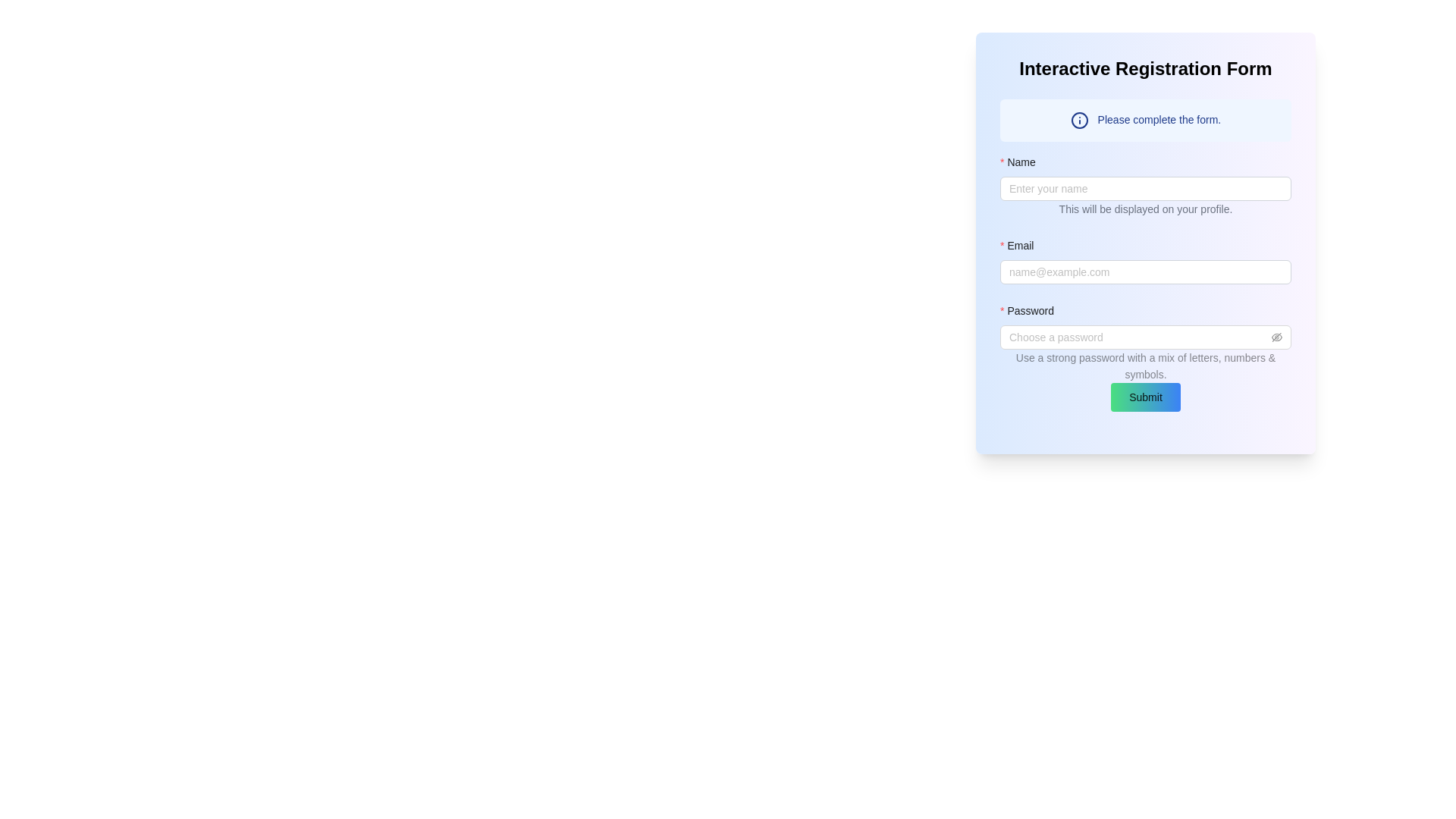  I want to click on the crossed-out eye icon button located at the far right of the 'Choose a password' input field, so click(1276, 336).